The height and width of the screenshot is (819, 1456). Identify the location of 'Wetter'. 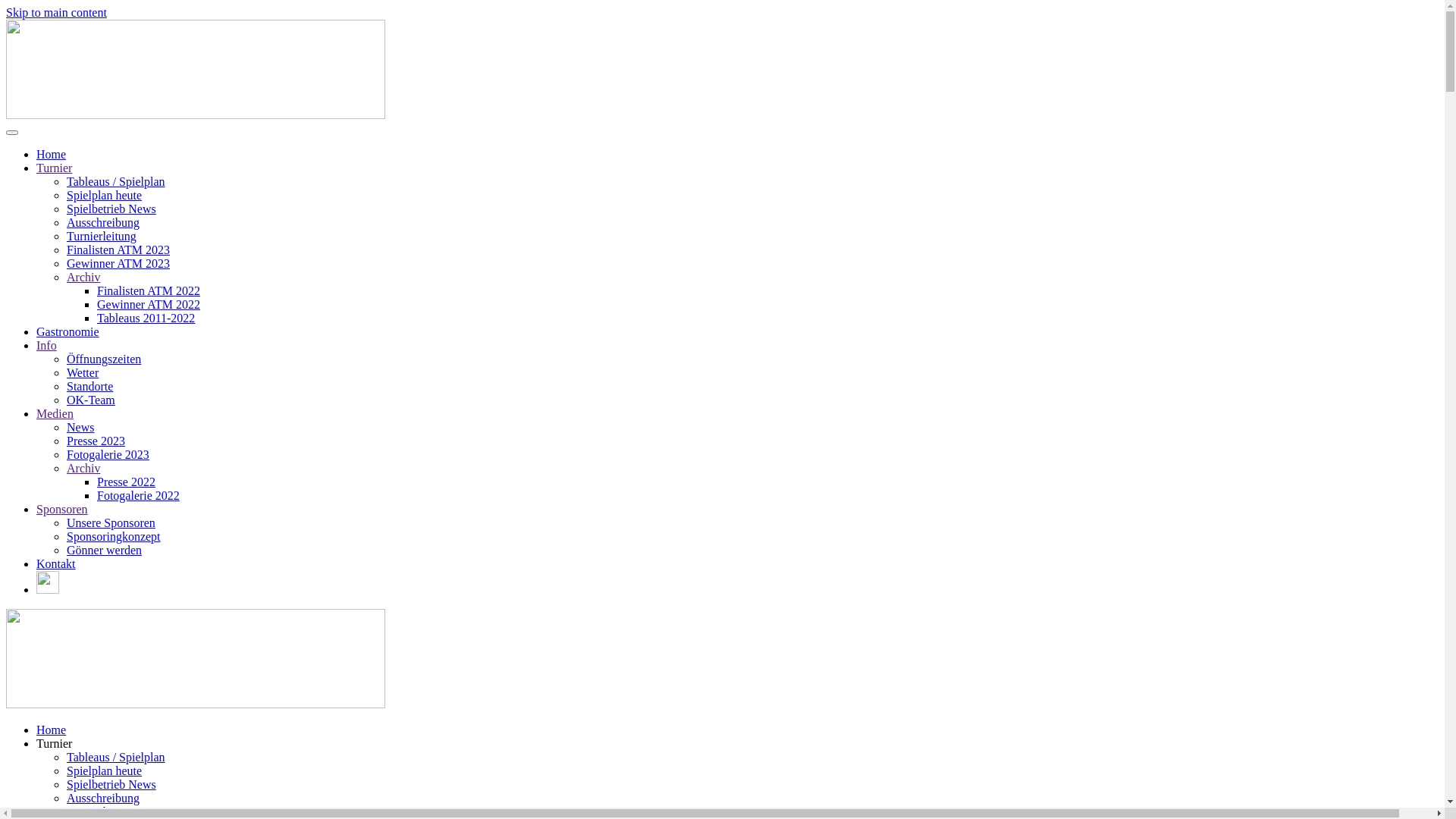
(65, 372).